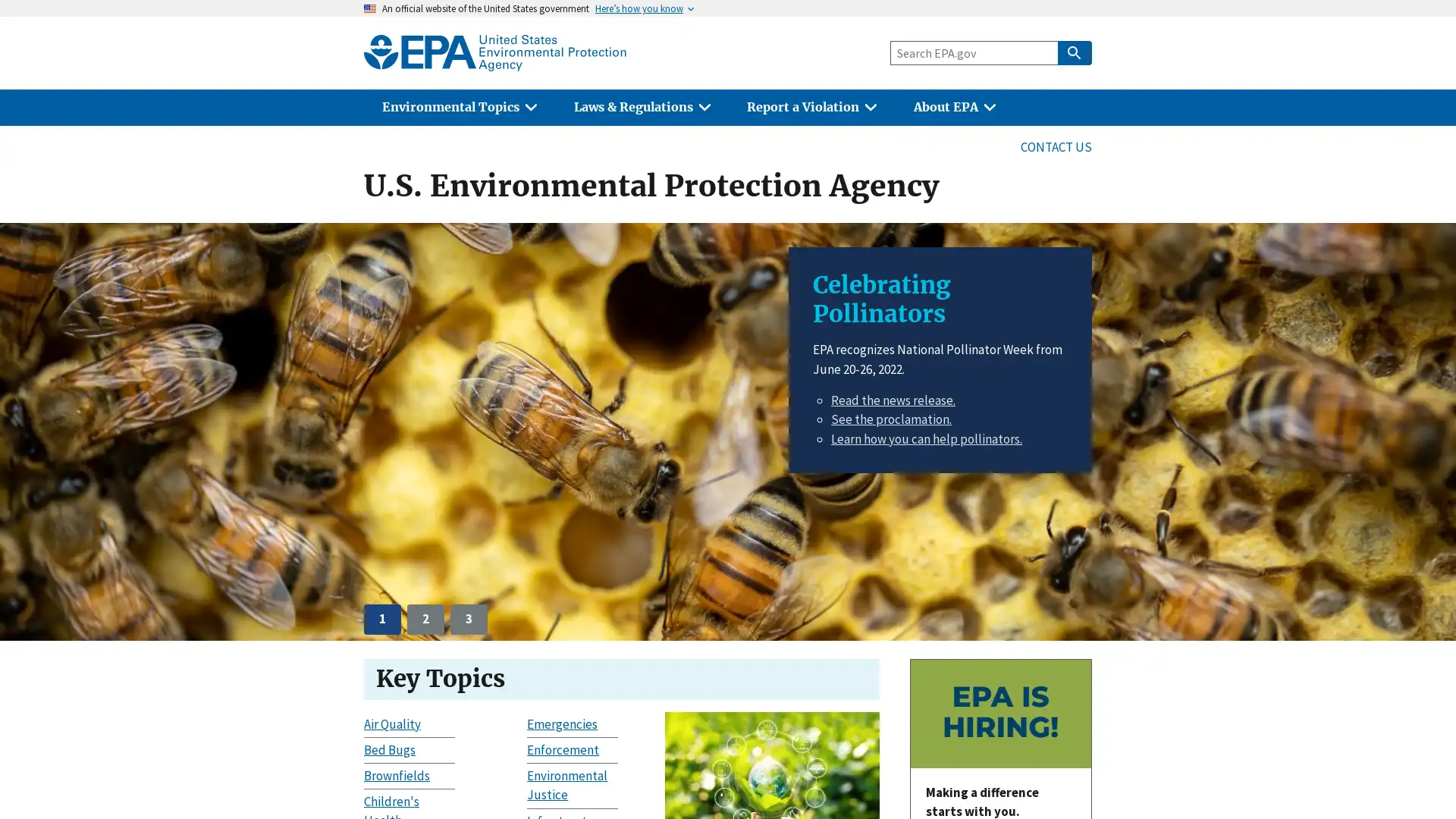  I want to click on Carousel Page 2 (Current Slide), so click(425, 619).